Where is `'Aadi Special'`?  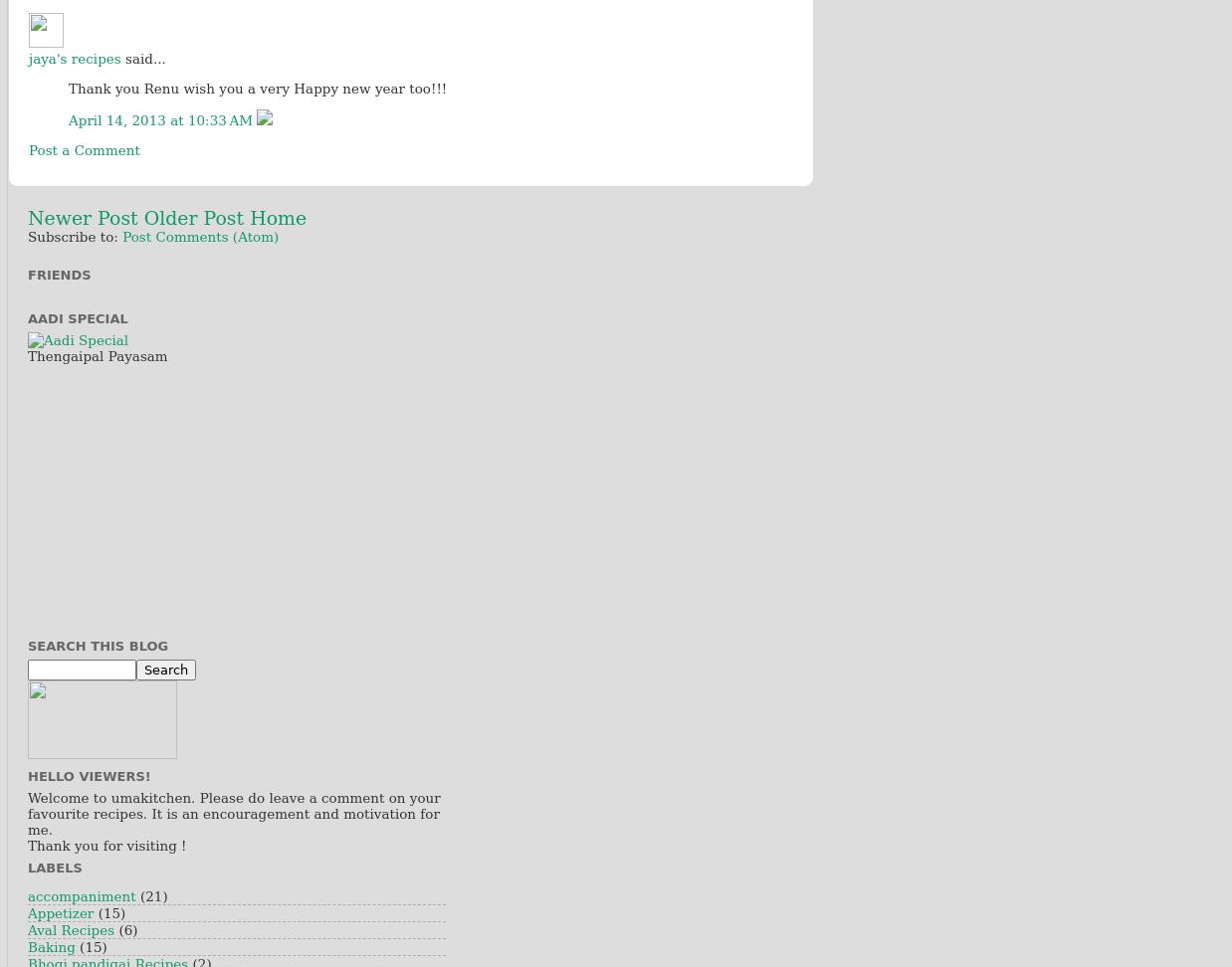 'Aadi Special' is located at coordinates (76, 316).